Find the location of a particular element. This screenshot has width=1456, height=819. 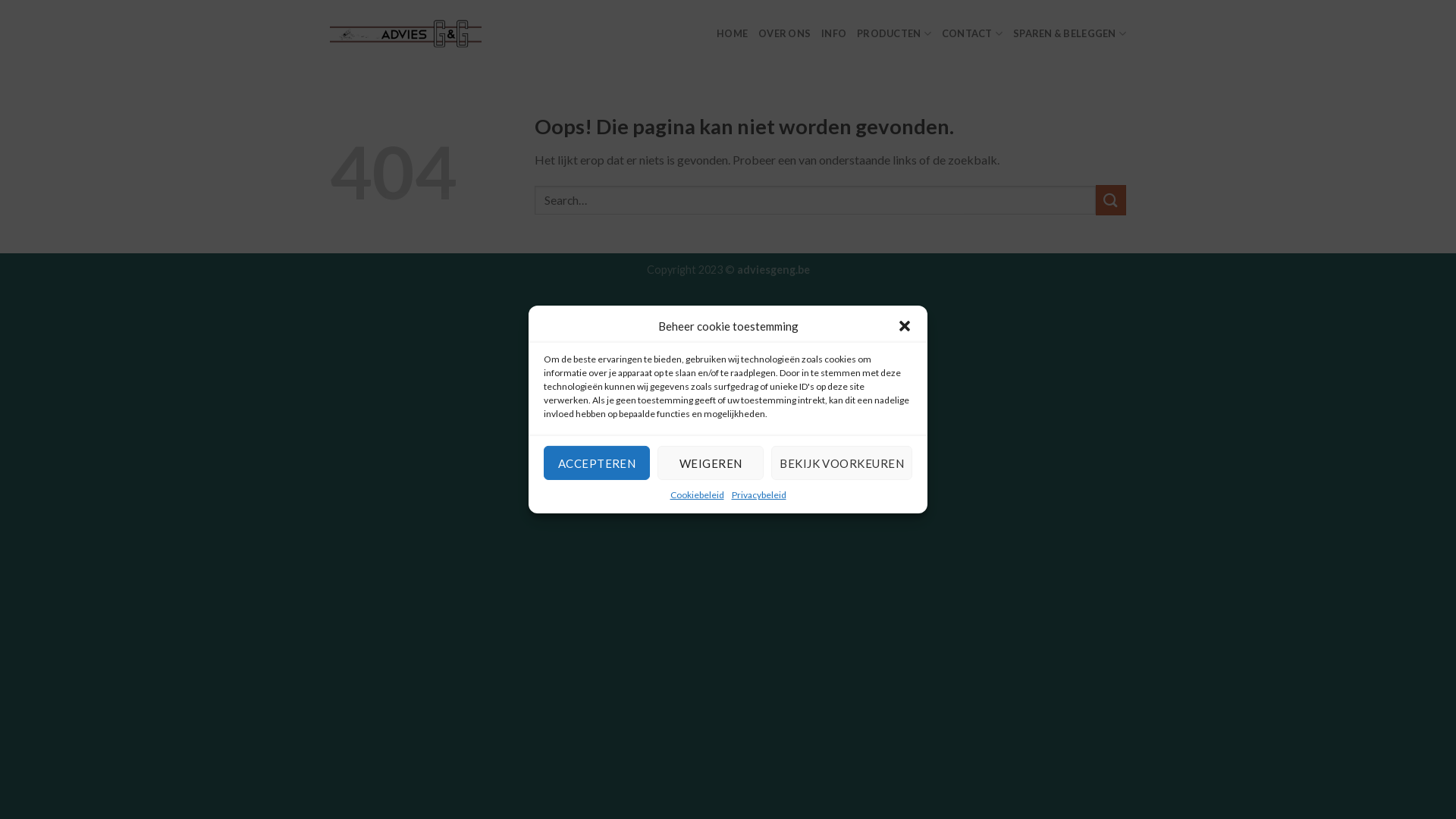

'Privacybeleid' is located at coordinates (731, 494).